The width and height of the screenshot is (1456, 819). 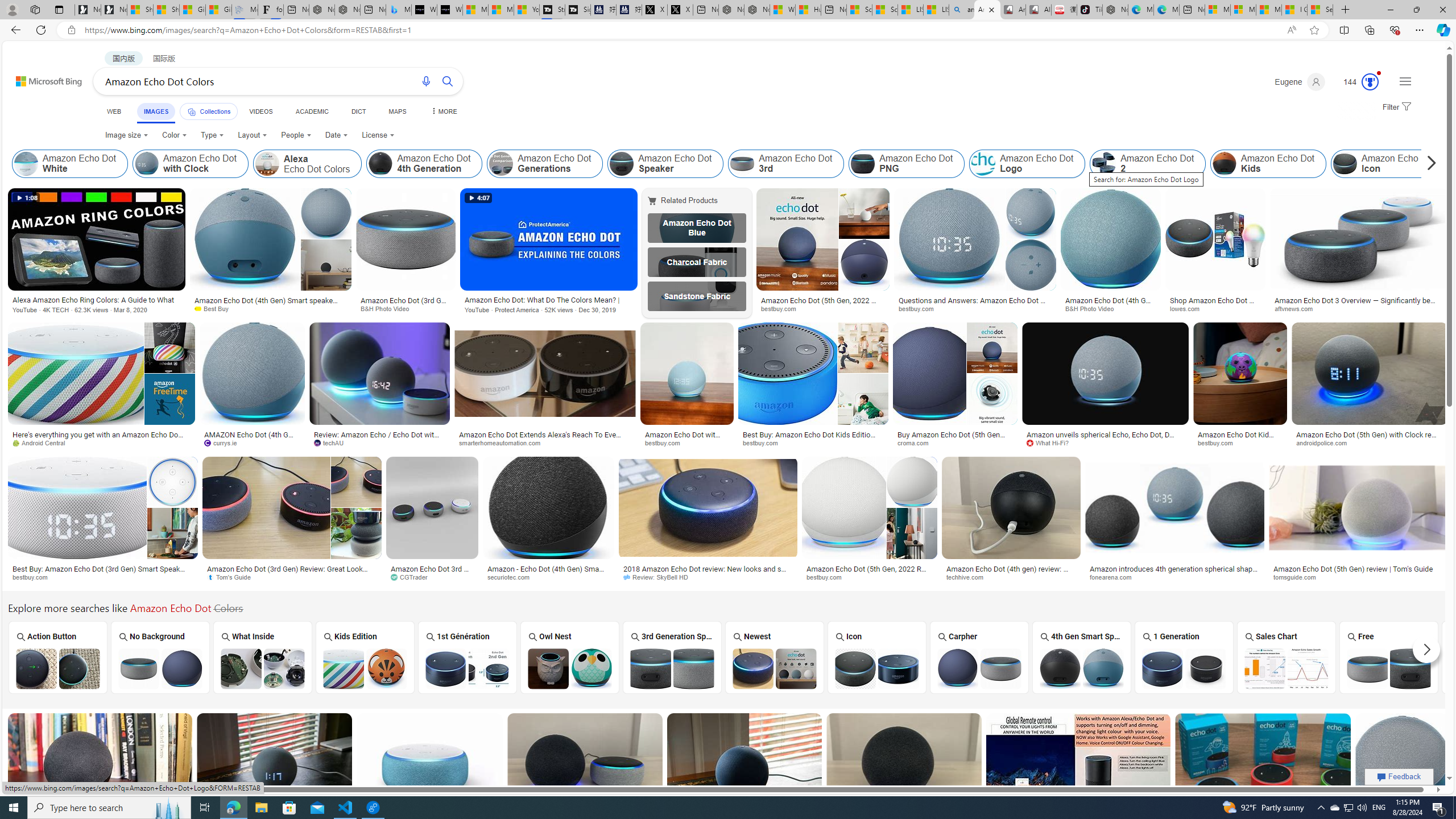 What do you see at coordinates (659, 577) in the screenshot?
I see `'Review: SkyBell HD'` at bounding box center [659, 577].